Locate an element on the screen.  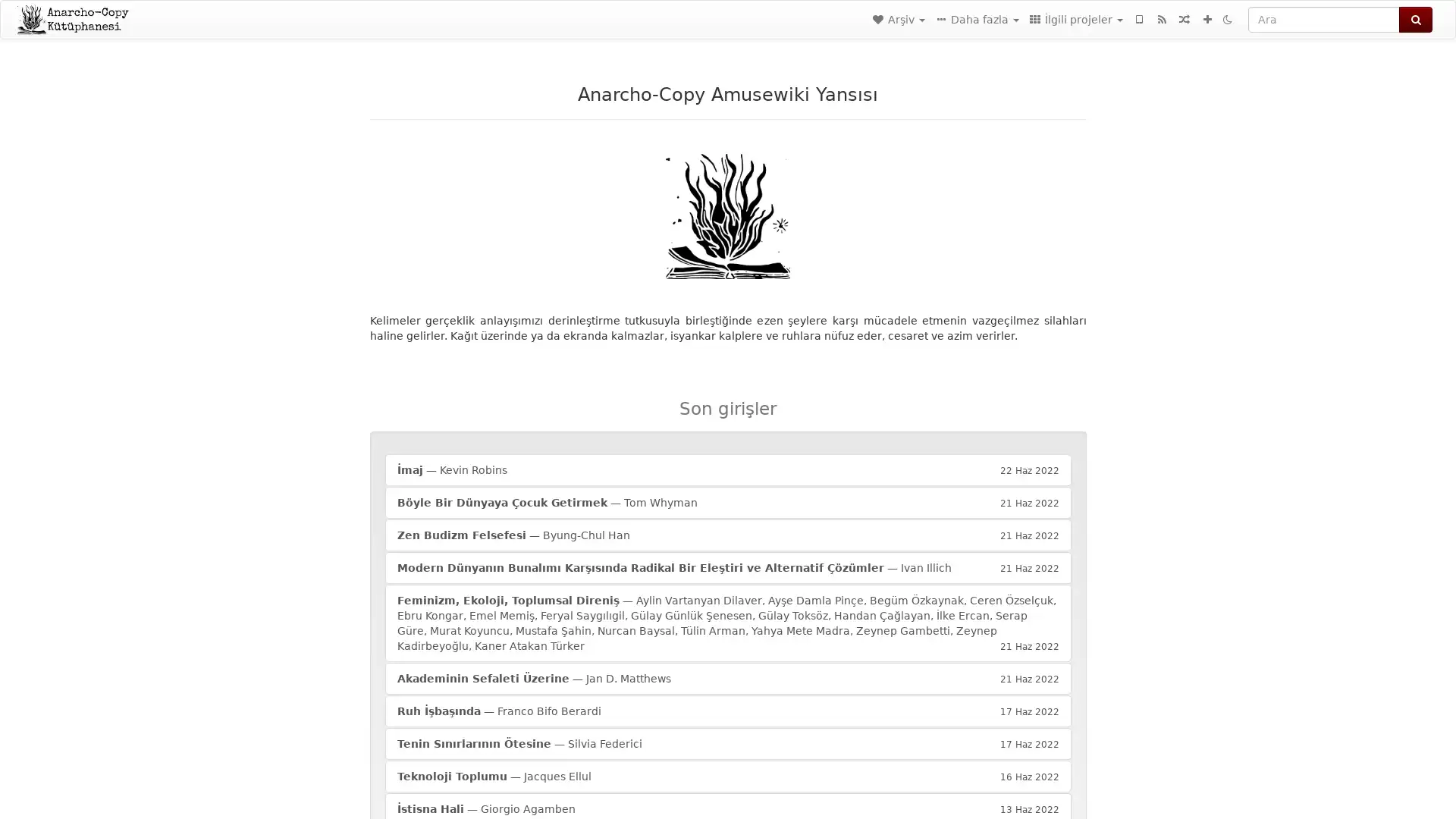
Ara is located at coordinates (1415, 20).